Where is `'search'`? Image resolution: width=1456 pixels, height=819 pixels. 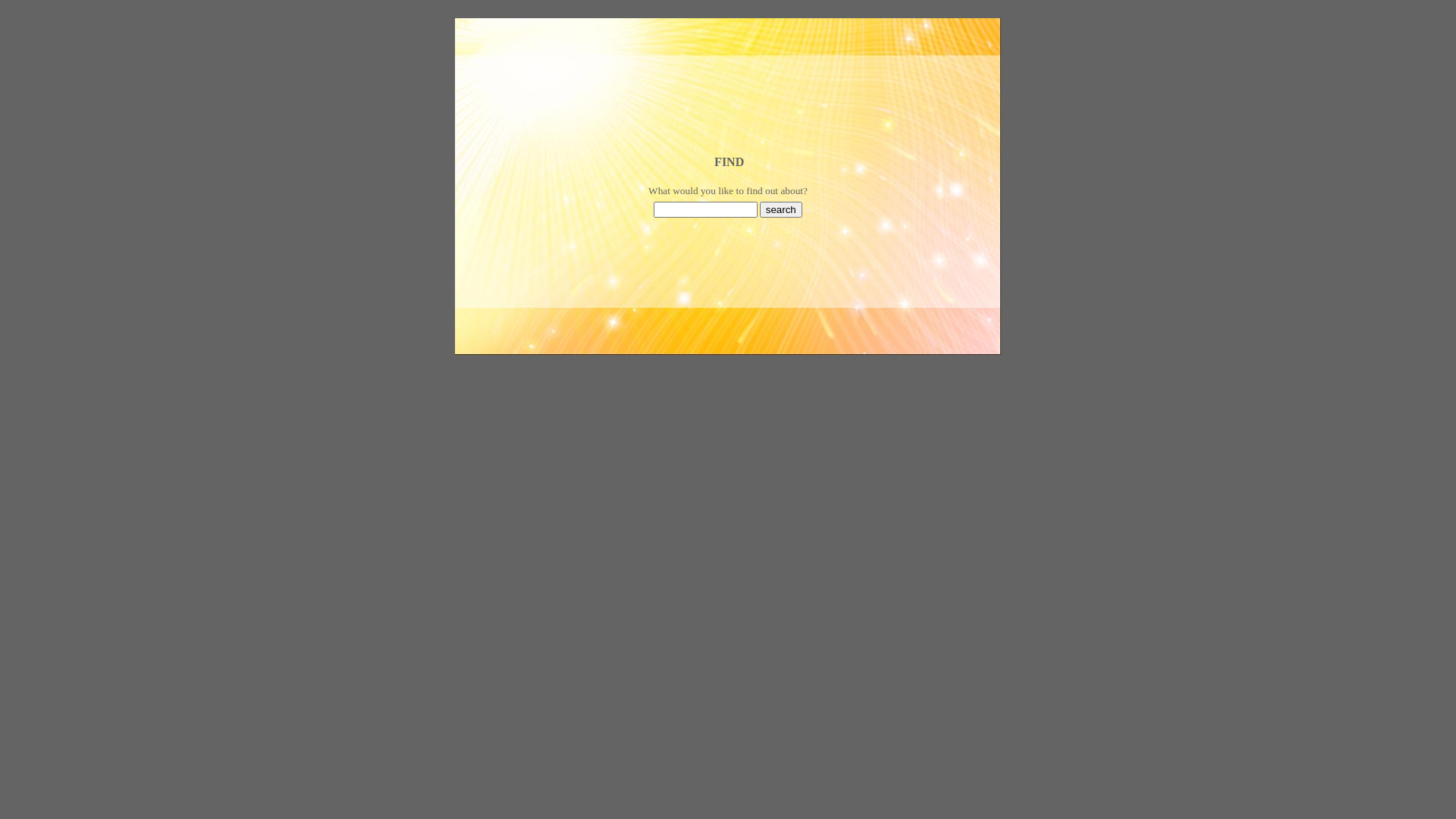
'search' is located at coordinates (781, 209).